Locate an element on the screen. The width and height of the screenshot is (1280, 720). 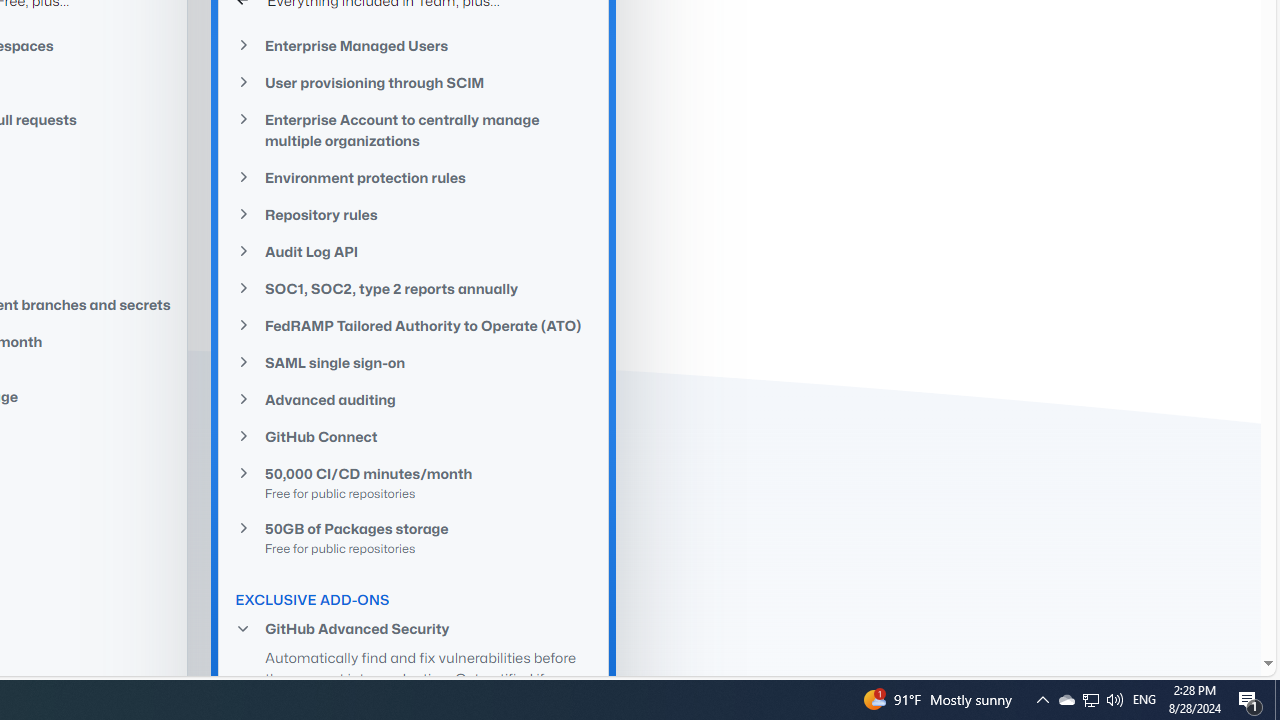
'SOC1, SOC2, type 2 reports annually' is located at coordinates (413, 289).